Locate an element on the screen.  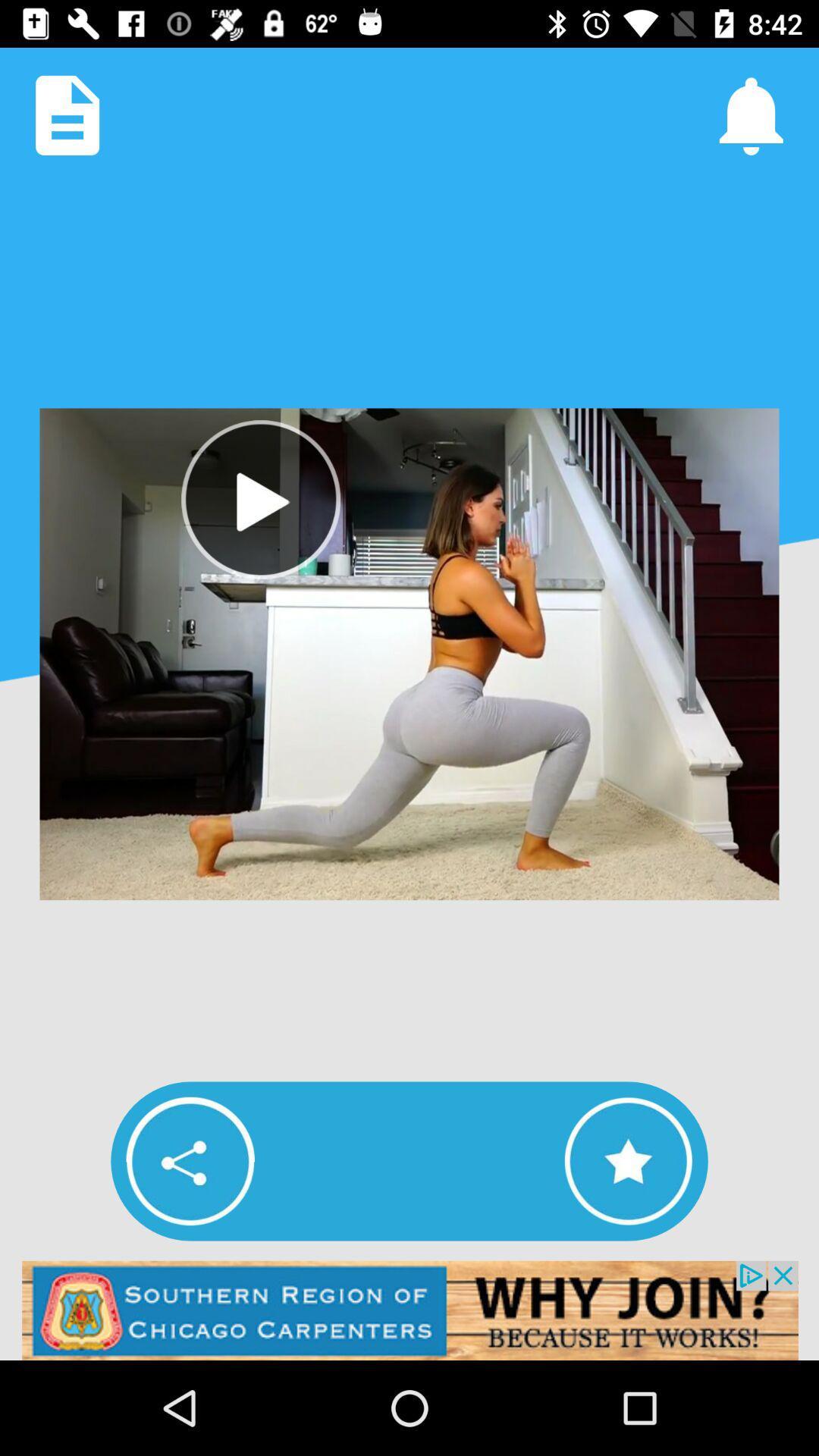
admin is located at coordinates (409, 1310).